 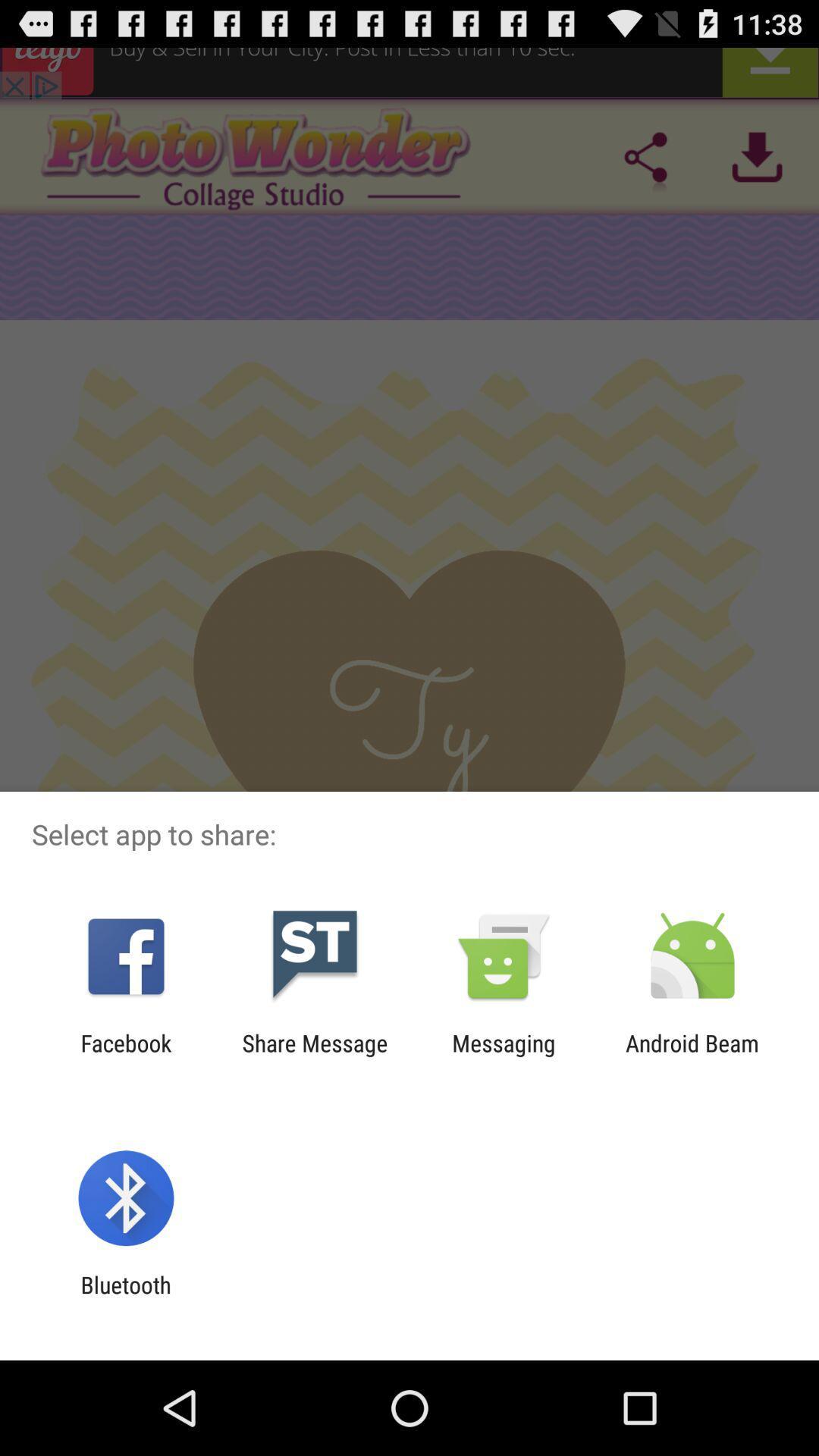 What do you see at coordinates (504, 1056) in the screenshot?
I see `app next to the share message app` at bounding box center [504, 1056].